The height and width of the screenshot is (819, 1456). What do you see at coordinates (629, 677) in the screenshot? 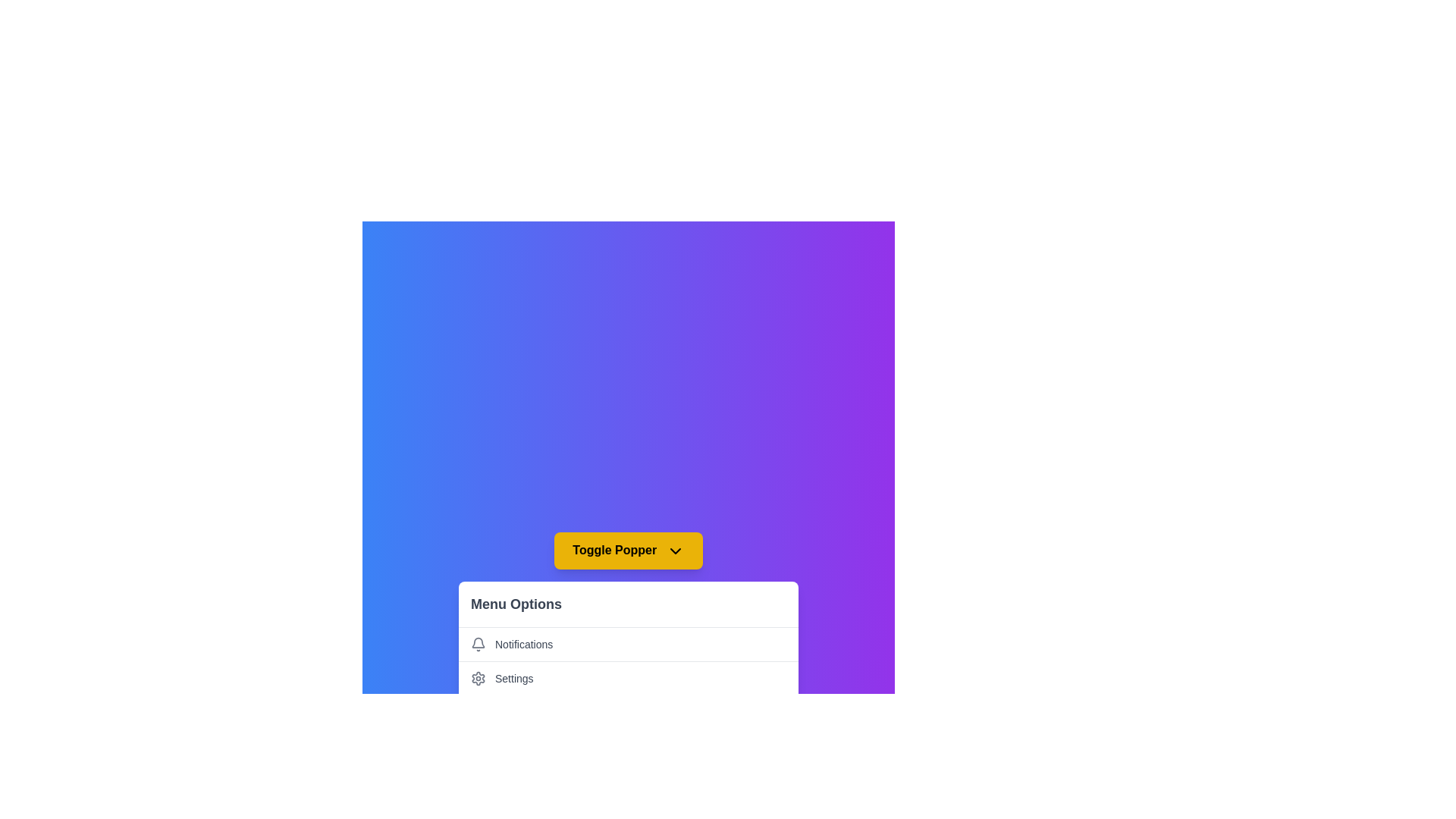
I see `the 'Settings' menu item, which is the second item from the top in a vertical stack of options, located under the 'Notifications' item in the menu box near the bottom center of the interface` at bounding box center [629, 677].